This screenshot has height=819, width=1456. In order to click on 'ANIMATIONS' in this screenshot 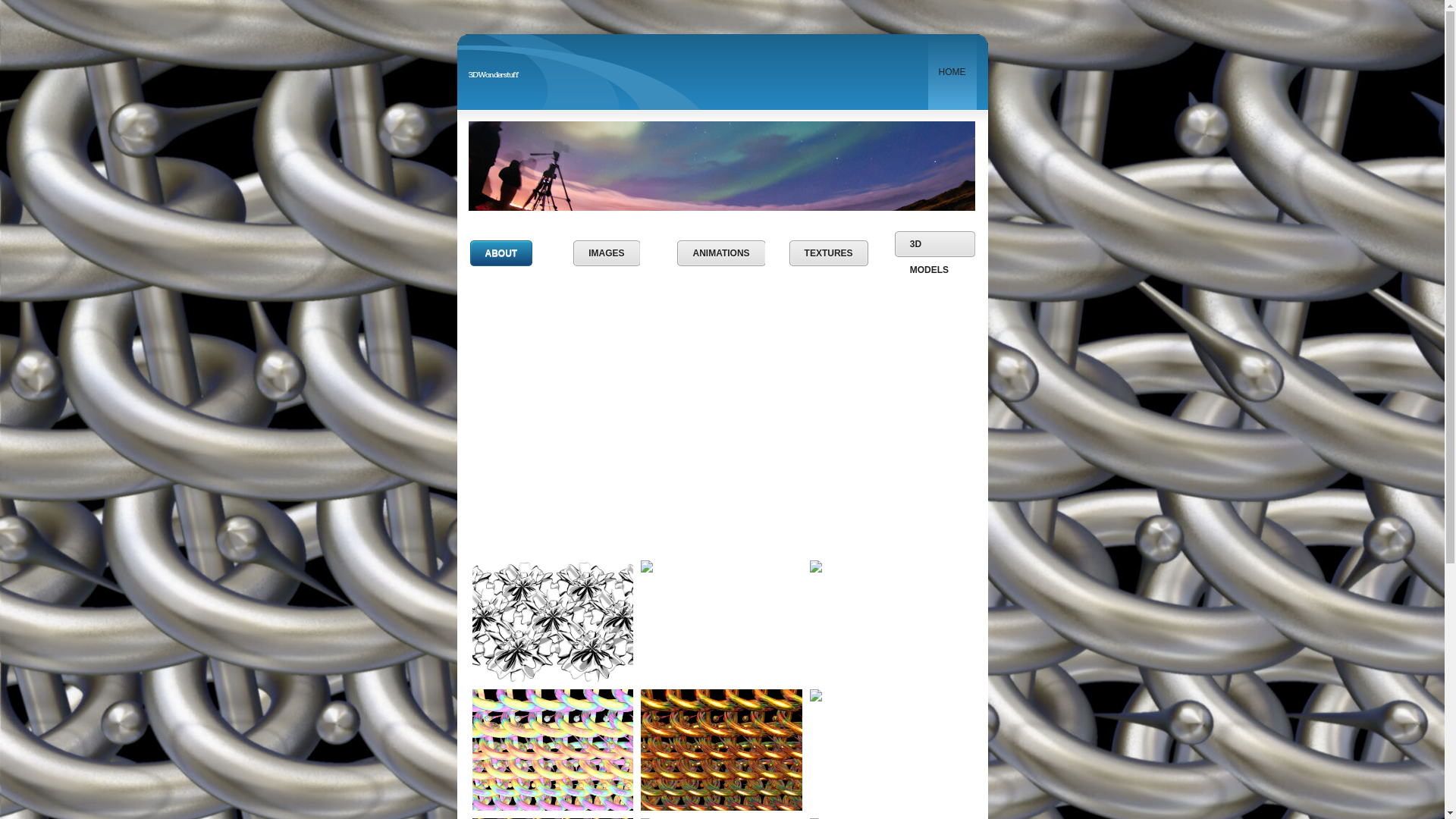, I will do `click(720, 253)`.